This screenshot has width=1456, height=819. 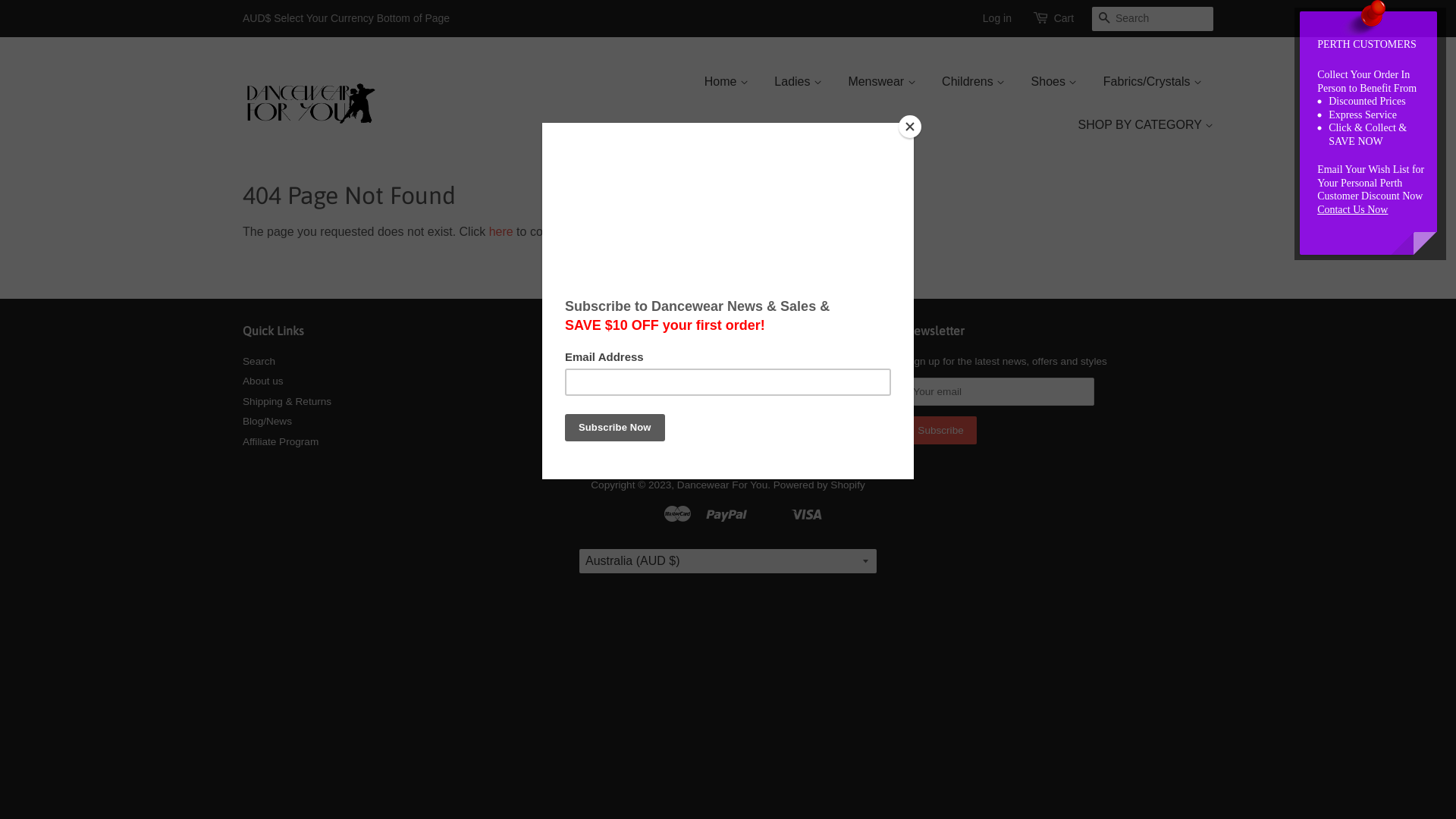 I want to click on 'Log in', so click(x=997, y=17).